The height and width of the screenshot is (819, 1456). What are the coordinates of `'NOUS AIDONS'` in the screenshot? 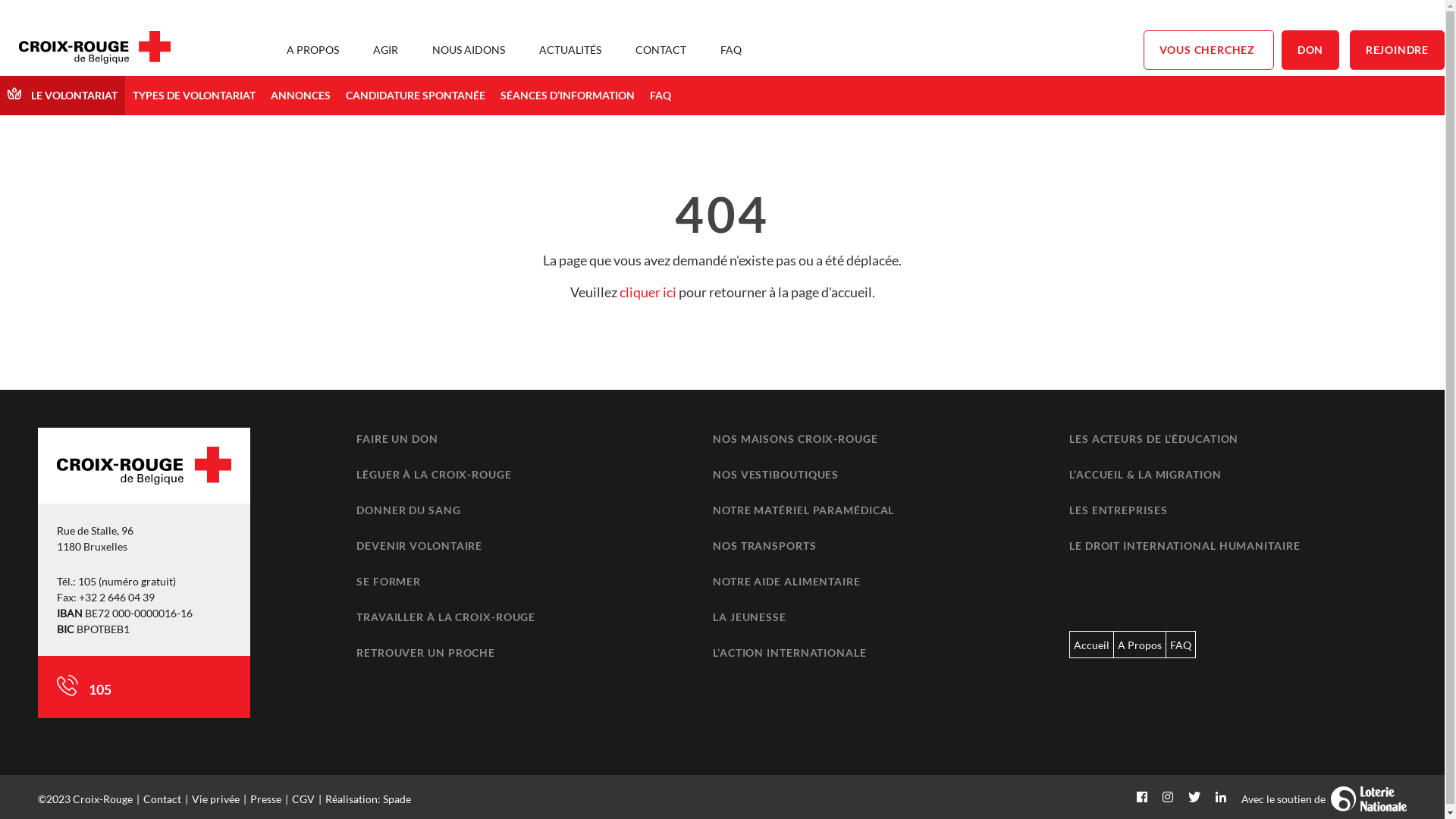 It's located at (468, 49).